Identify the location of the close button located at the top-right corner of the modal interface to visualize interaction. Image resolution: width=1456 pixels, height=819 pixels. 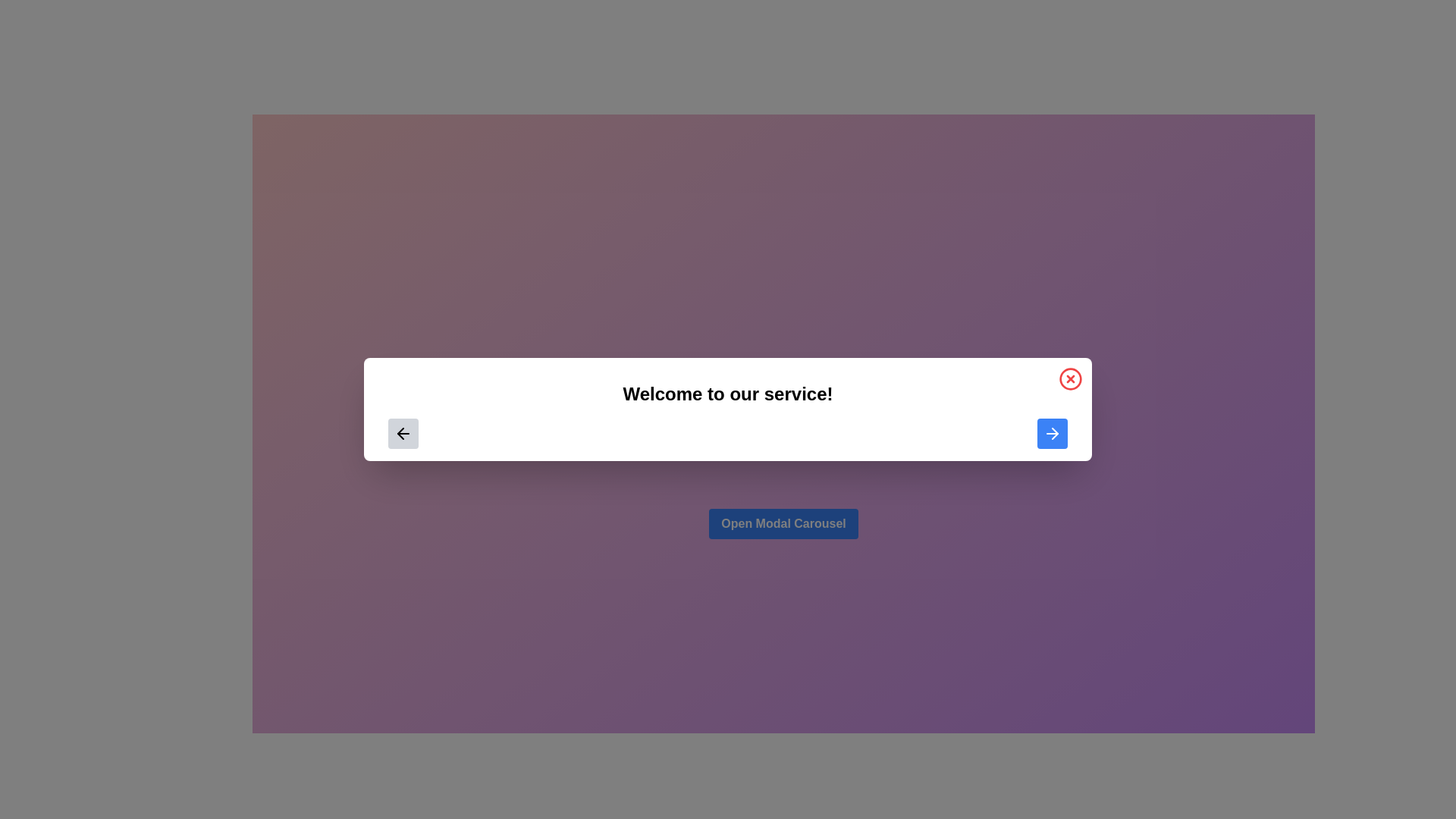
(1069, 378).